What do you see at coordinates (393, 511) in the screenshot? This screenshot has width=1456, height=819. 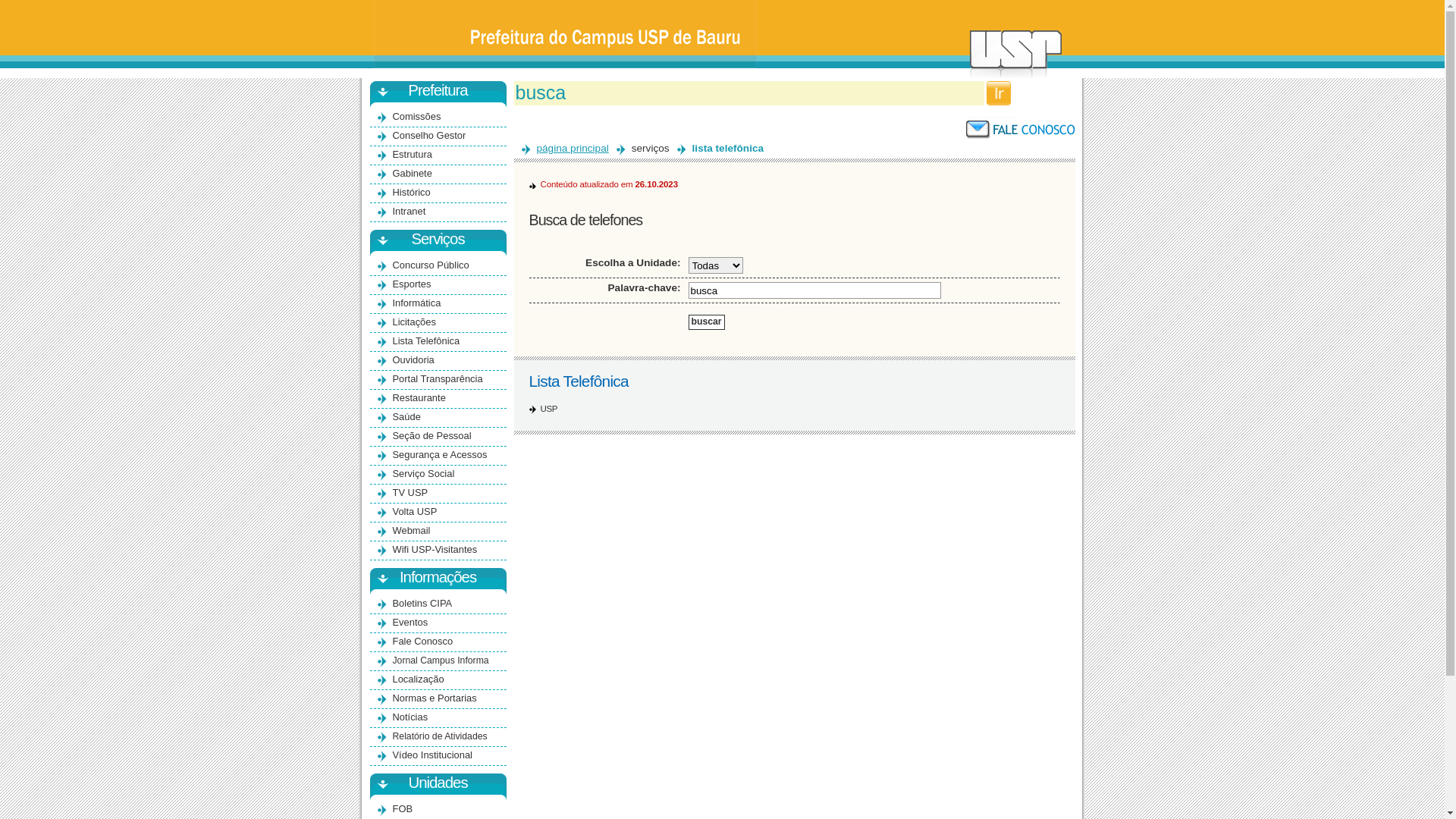 I see `'Volta USP'` at bounding box center [393, 511].